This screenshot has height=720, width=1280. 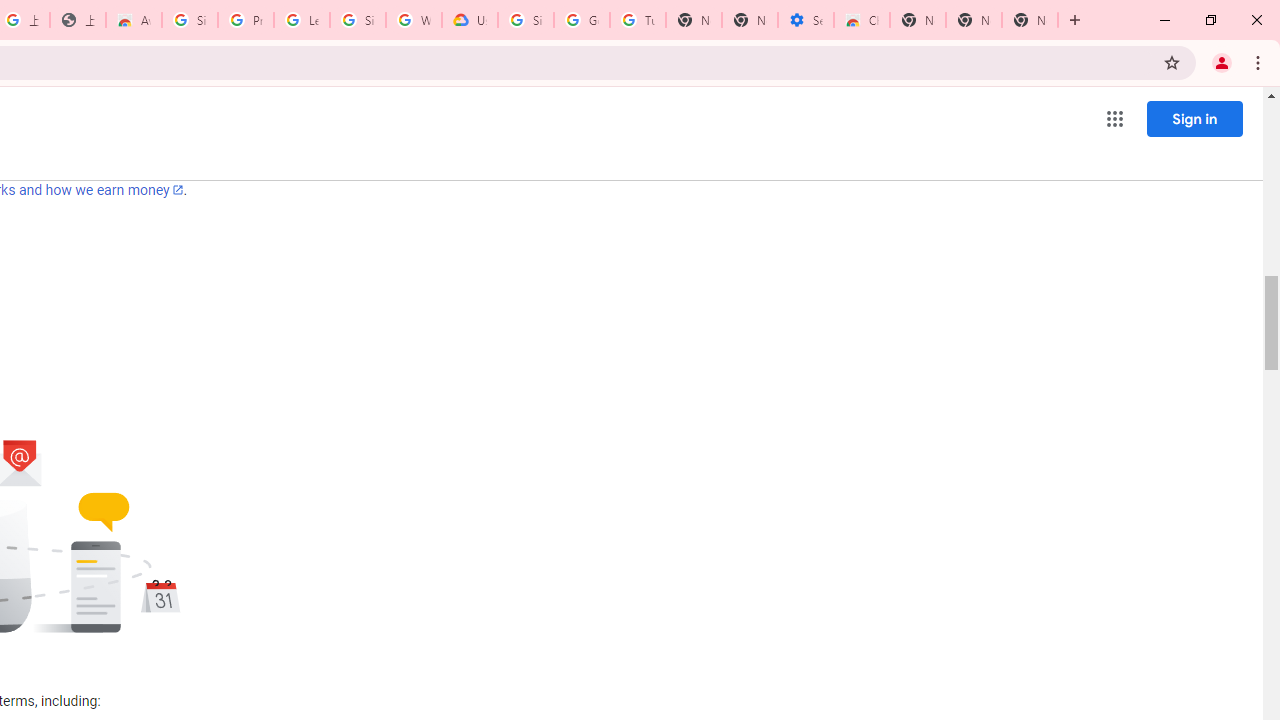 What do you see at coordinates (1165, 20) in the screenshot?
I see `'Minimize'` at bounding box center [1165, 20].